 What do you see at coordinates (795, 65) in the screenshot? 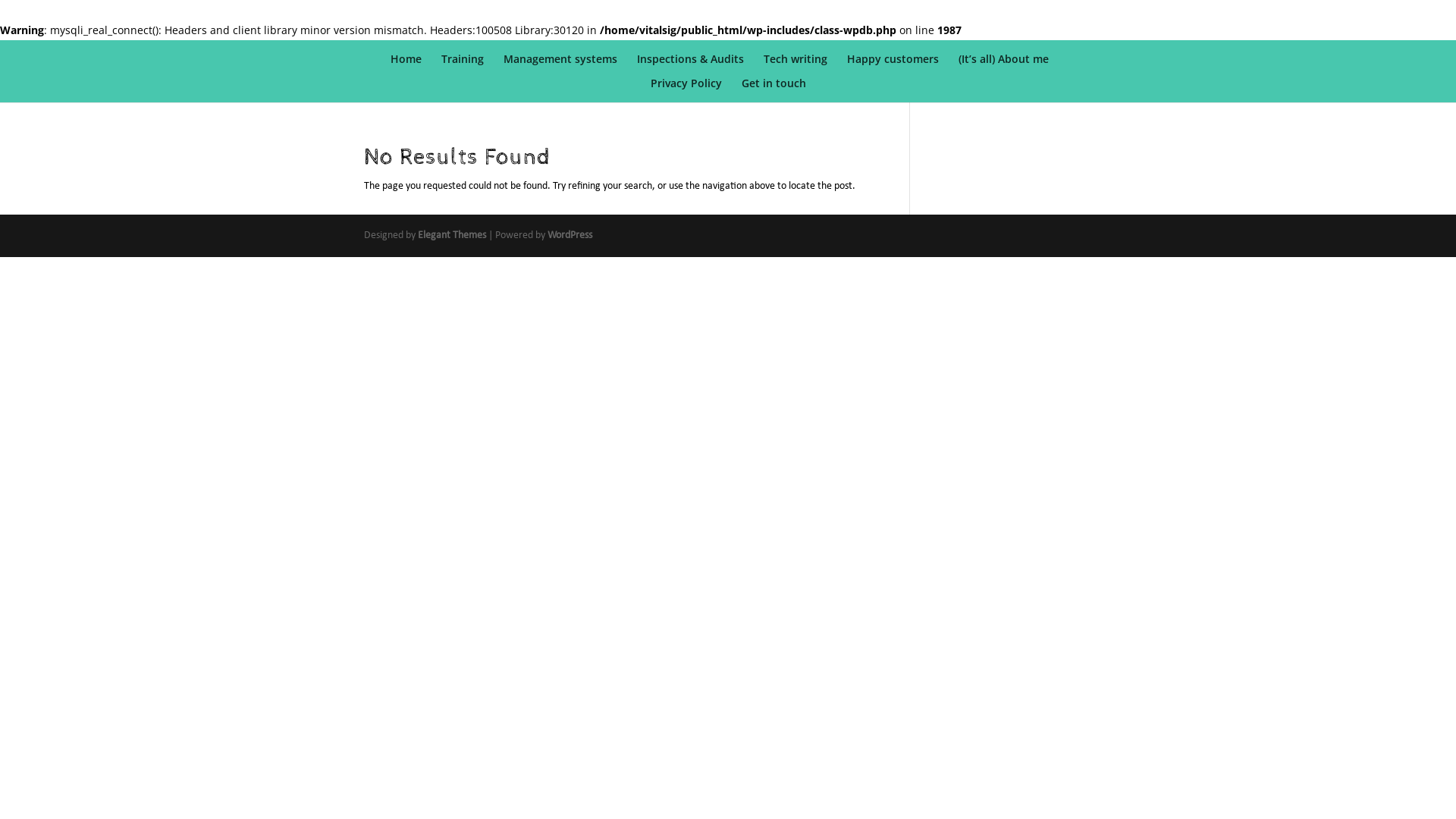
I see `'Tech writing'` at bounding box center [795, 65].